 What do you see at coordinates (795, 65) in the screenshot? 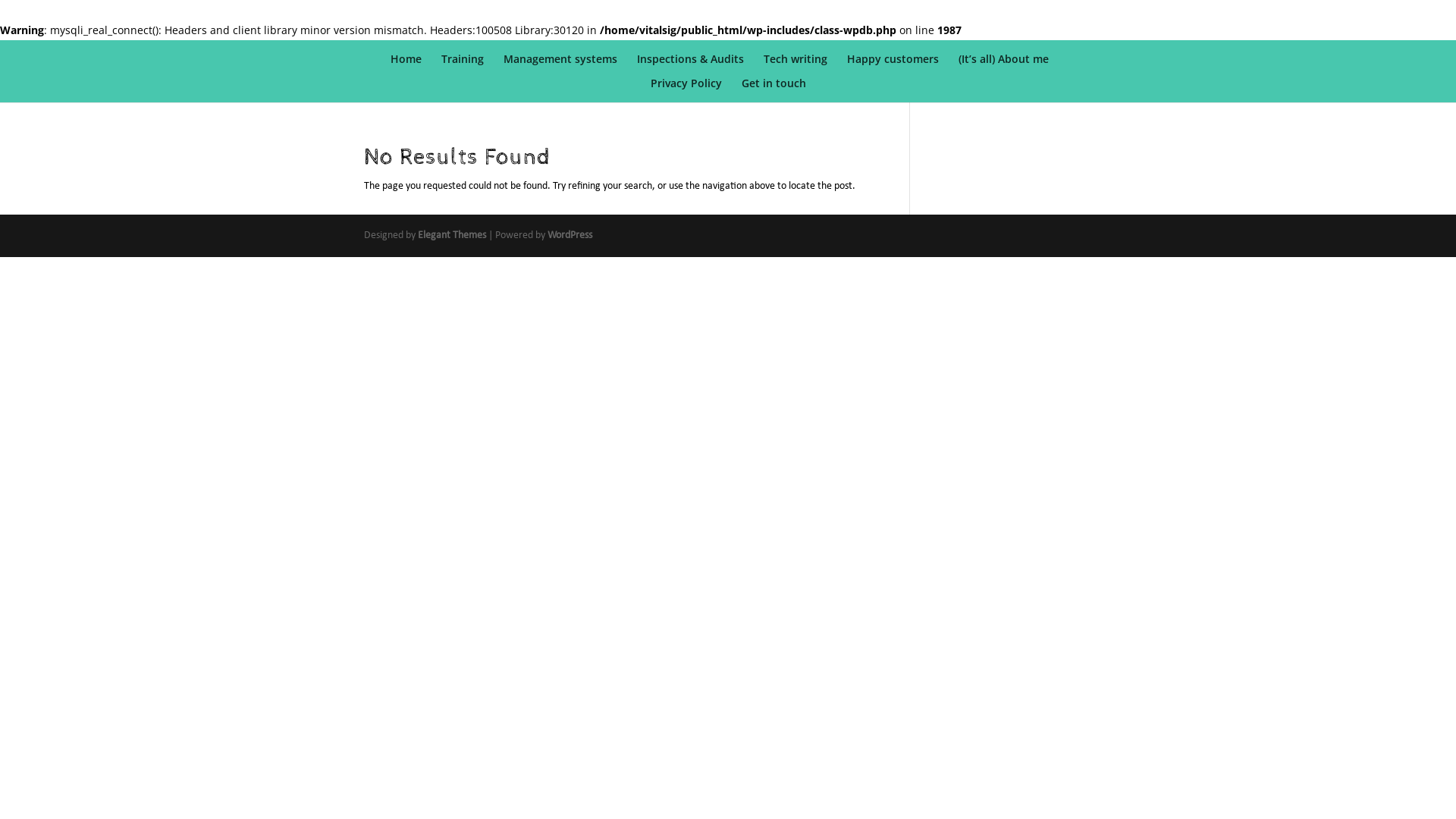
I see `'Tech writing'` at bounding box center [795, 65].